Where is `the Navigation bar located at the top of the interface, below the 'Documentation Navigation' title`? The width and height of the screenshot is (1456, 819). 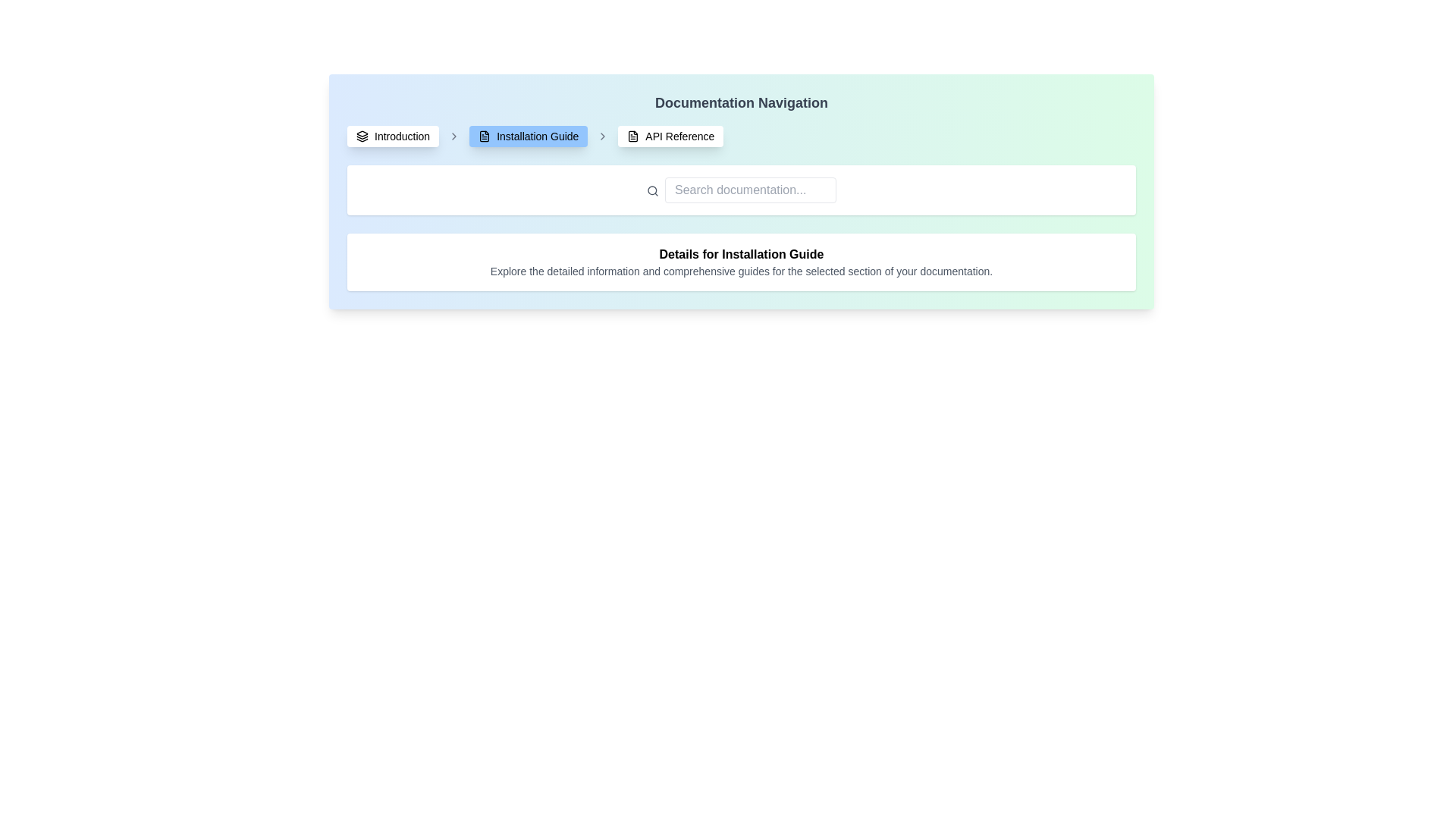 the Navigation bar located at the top of the interface, below the 'Documentation Navigation' title is located at coordinates (742, 136).